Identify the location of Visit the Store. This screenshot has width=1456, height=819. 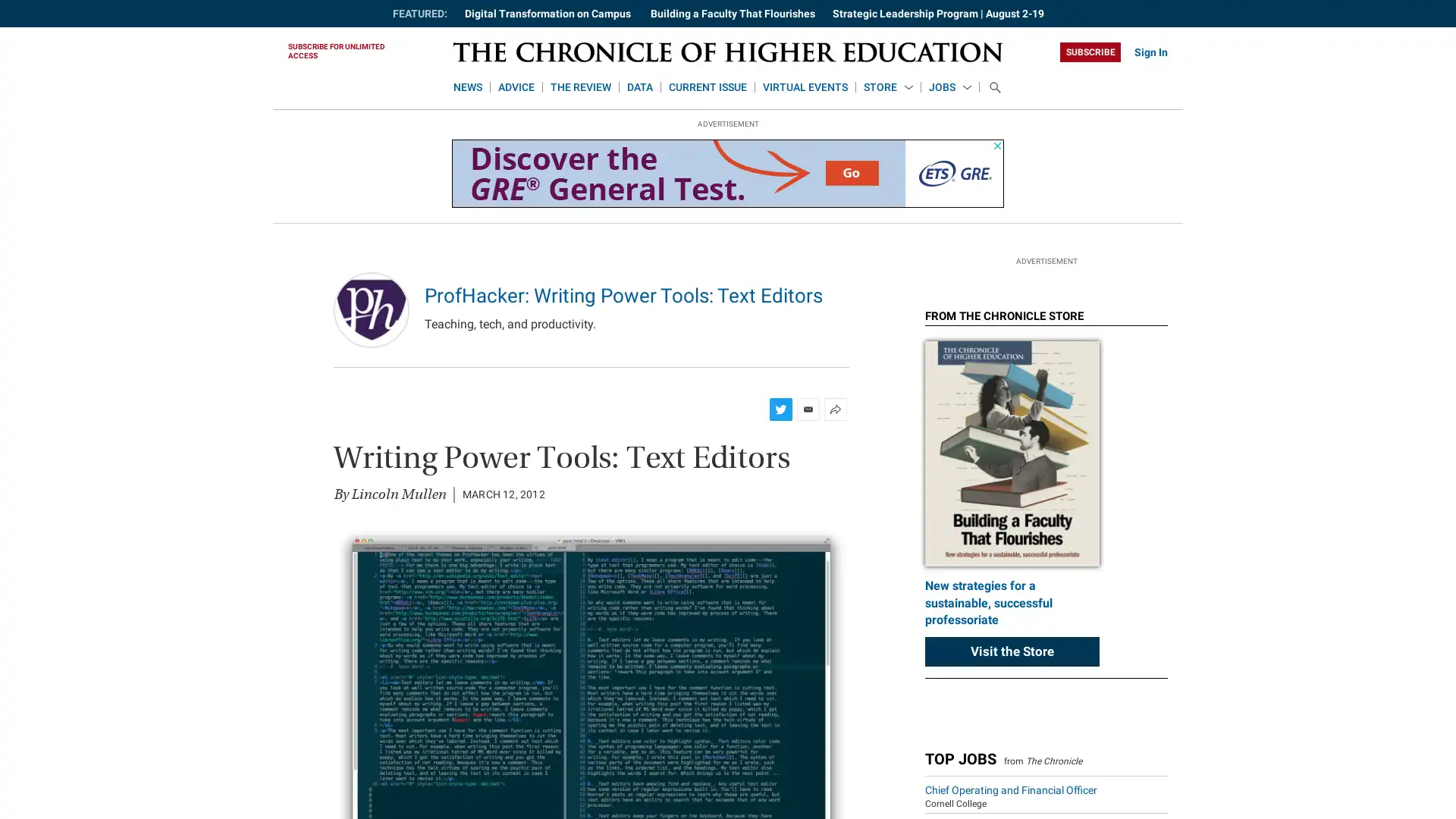
(1012, 772).